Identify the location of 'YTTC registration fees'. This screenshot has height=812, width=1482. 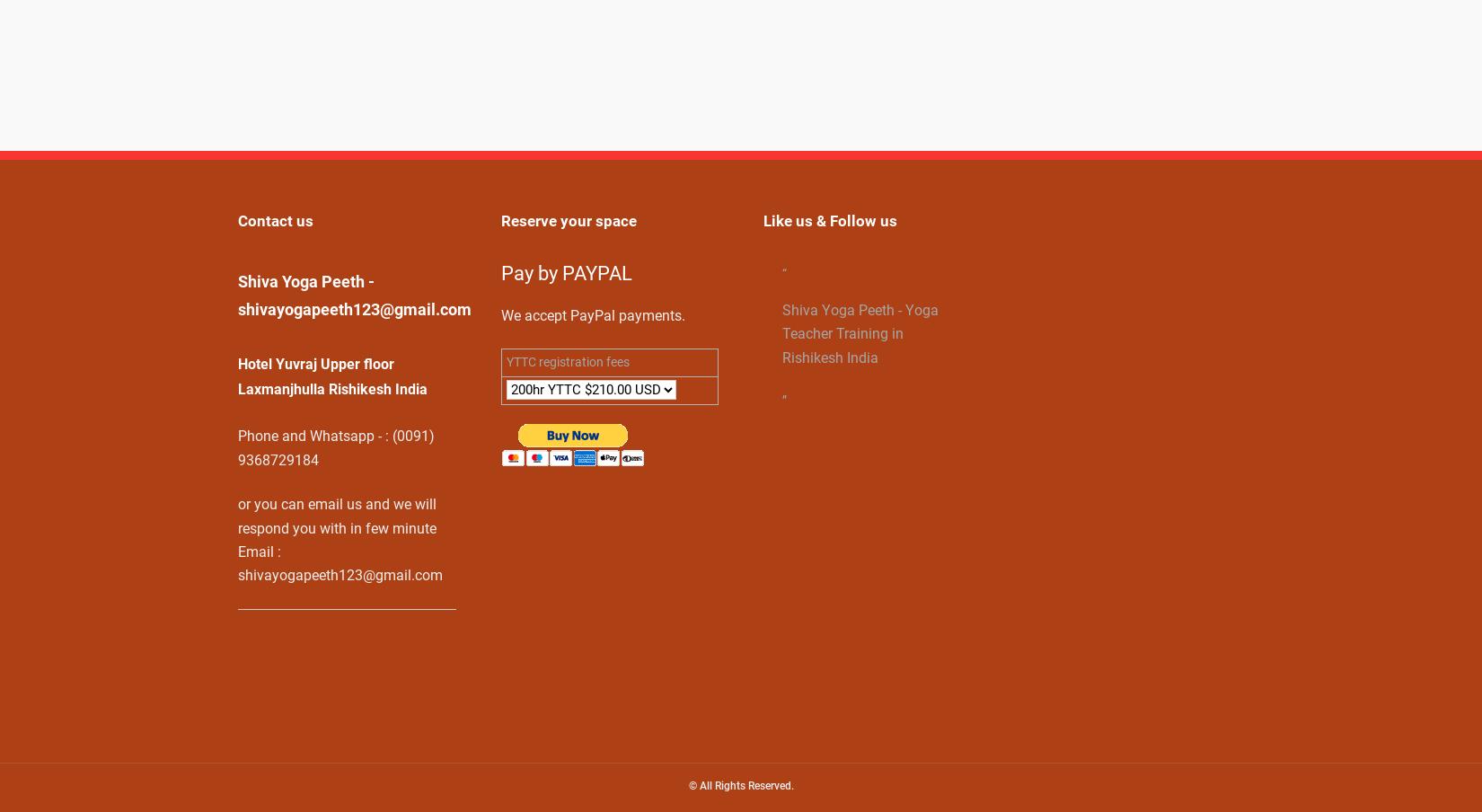
(566, 362).